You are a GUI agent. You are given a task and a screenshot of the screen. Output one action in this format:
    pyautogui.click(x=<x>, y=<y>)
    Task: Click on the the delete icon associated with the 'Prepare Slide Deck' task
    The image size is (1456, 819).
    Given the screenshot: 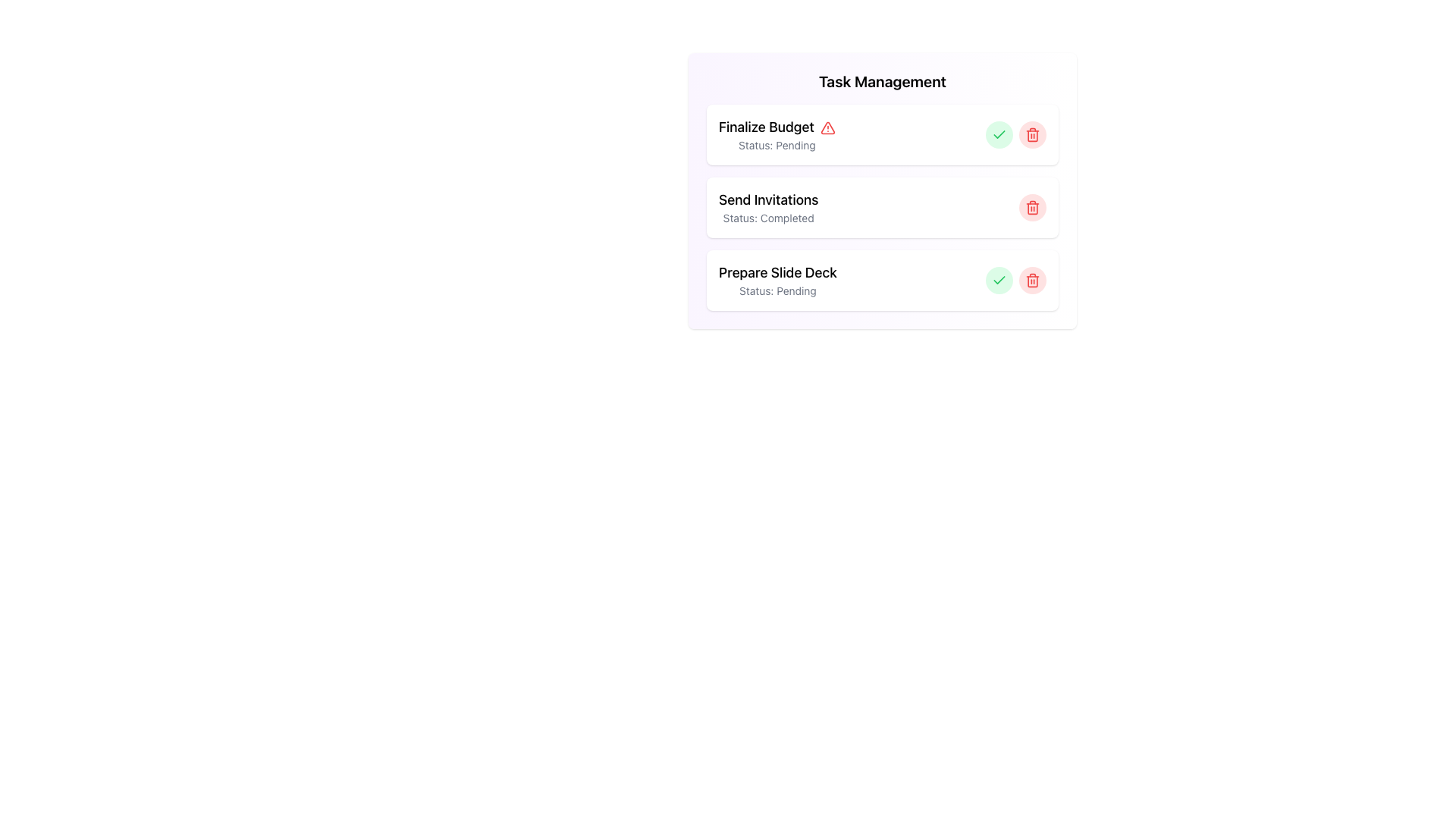 What is the action you would take?
    pyautogui.click(x=1032, y=281)
    